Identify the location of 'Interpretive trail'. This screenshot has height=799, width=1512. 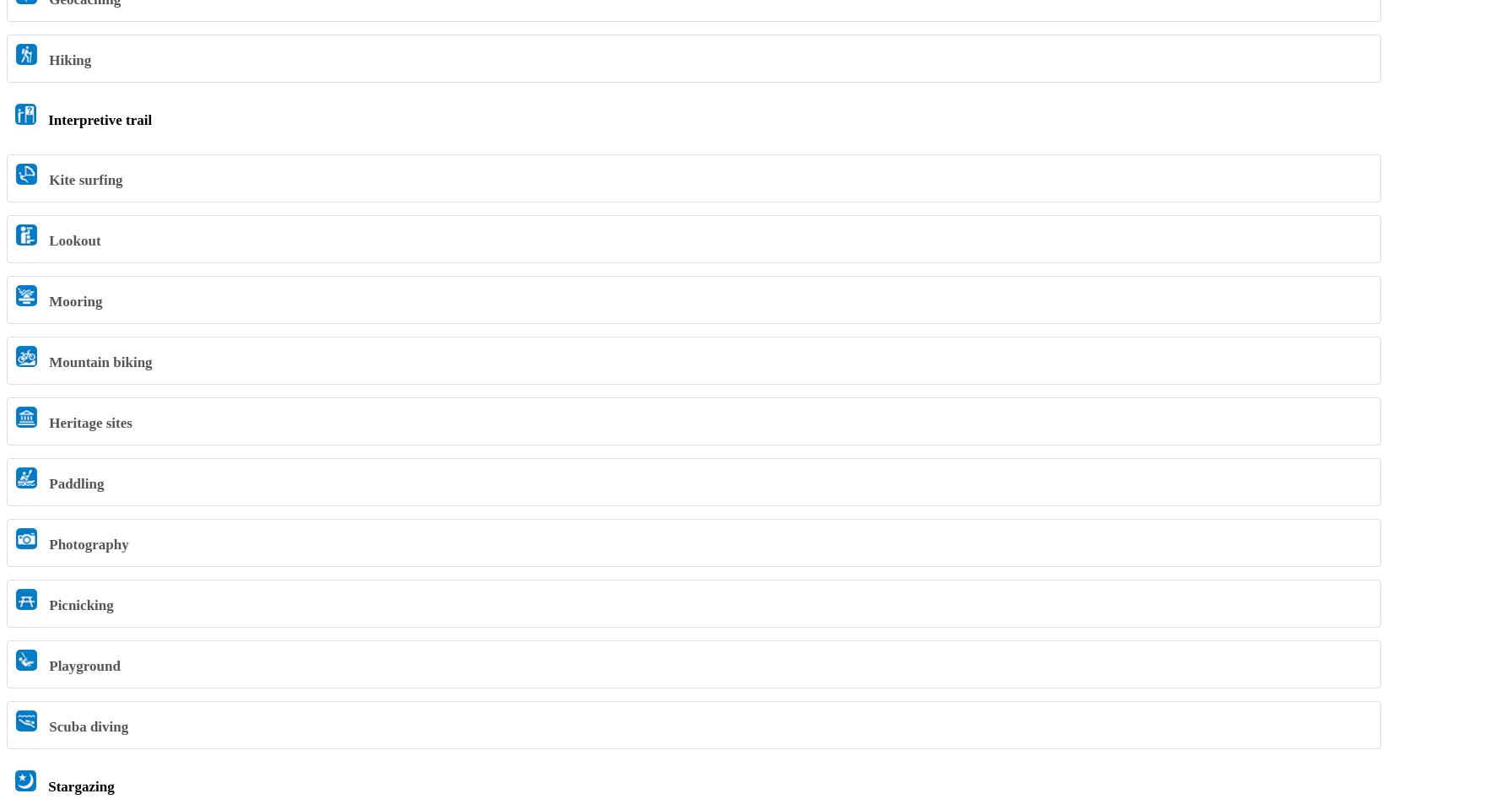
(98, 118).